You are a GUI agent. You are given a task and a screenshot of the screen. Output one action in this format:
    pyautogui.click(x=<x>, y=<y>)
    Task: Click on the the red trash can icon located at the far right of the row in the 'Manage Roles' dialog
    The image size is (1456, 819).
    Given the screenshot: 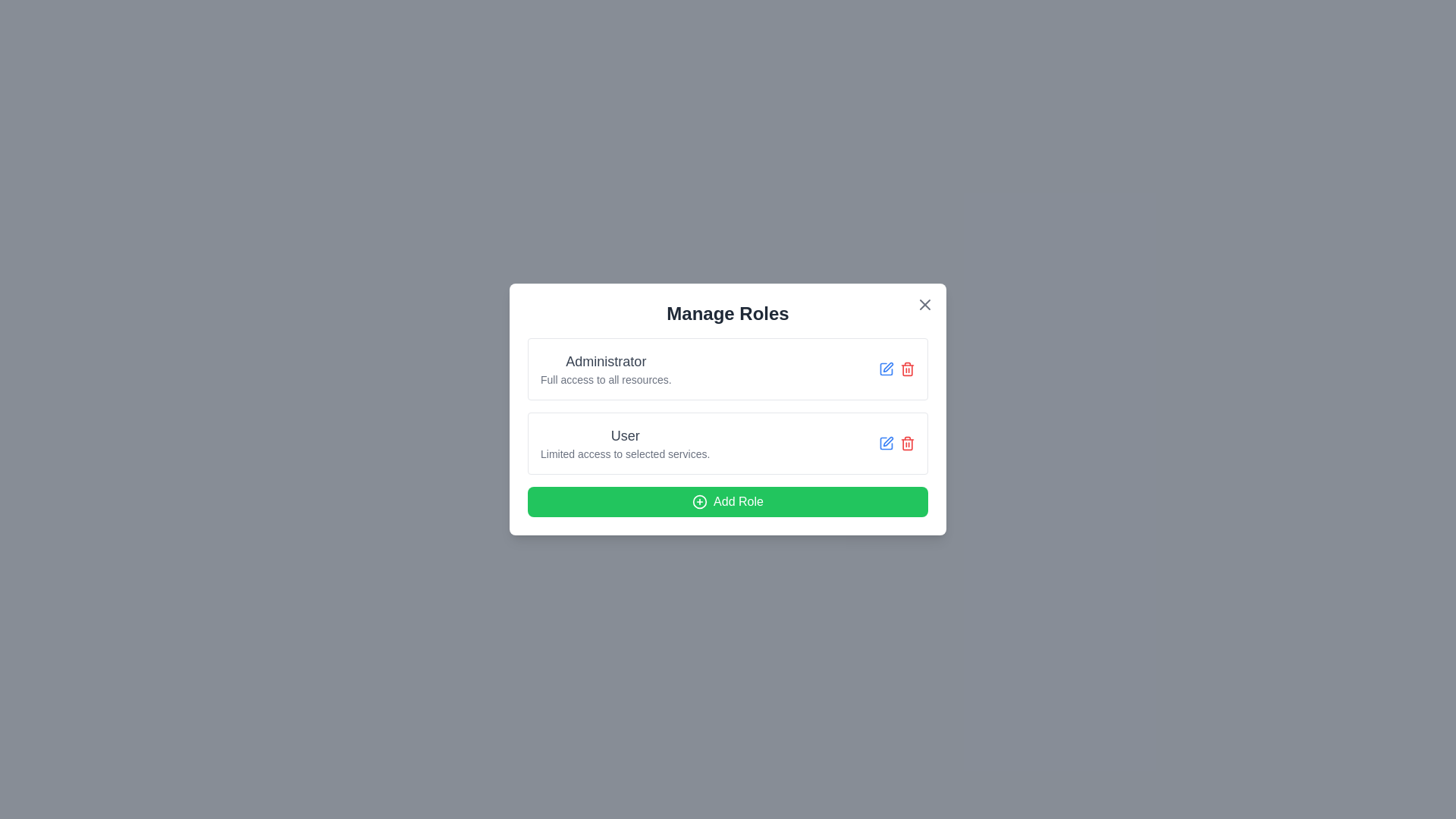 What is the action you would take?
    pyautogui.click(x=907, y=370)
    